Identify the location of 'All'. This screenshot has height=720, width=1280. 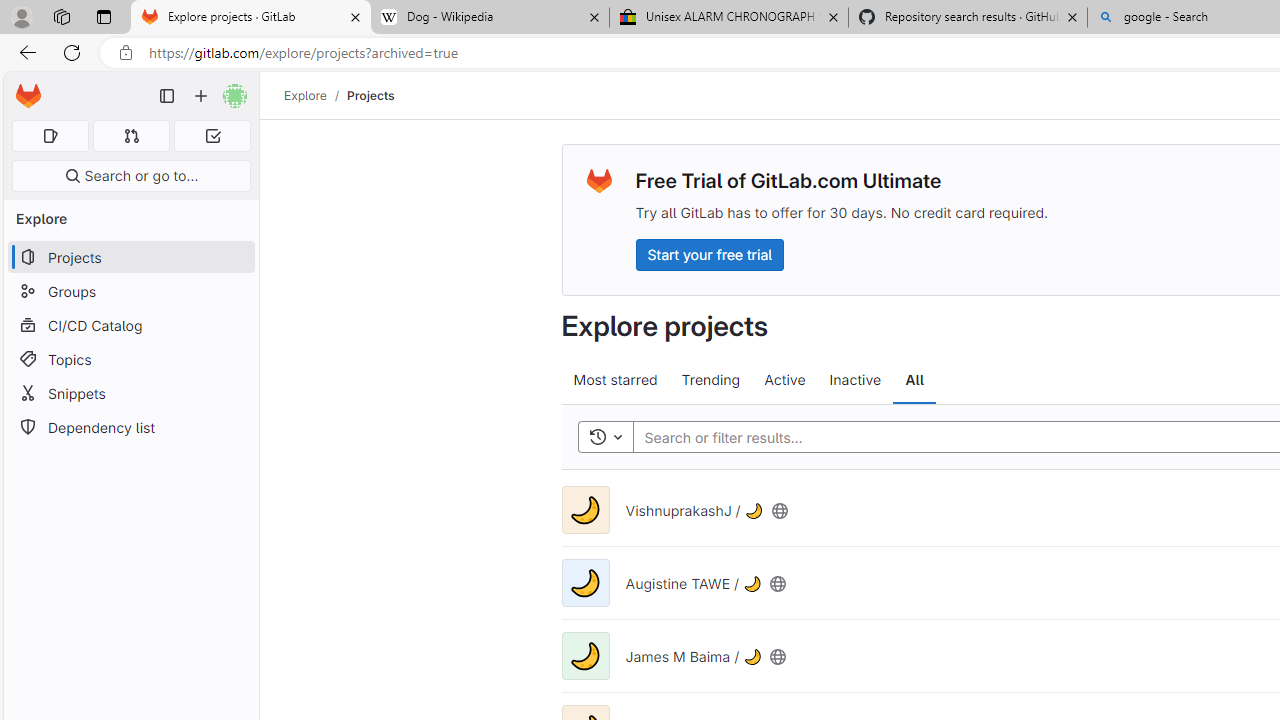
(913, 380).